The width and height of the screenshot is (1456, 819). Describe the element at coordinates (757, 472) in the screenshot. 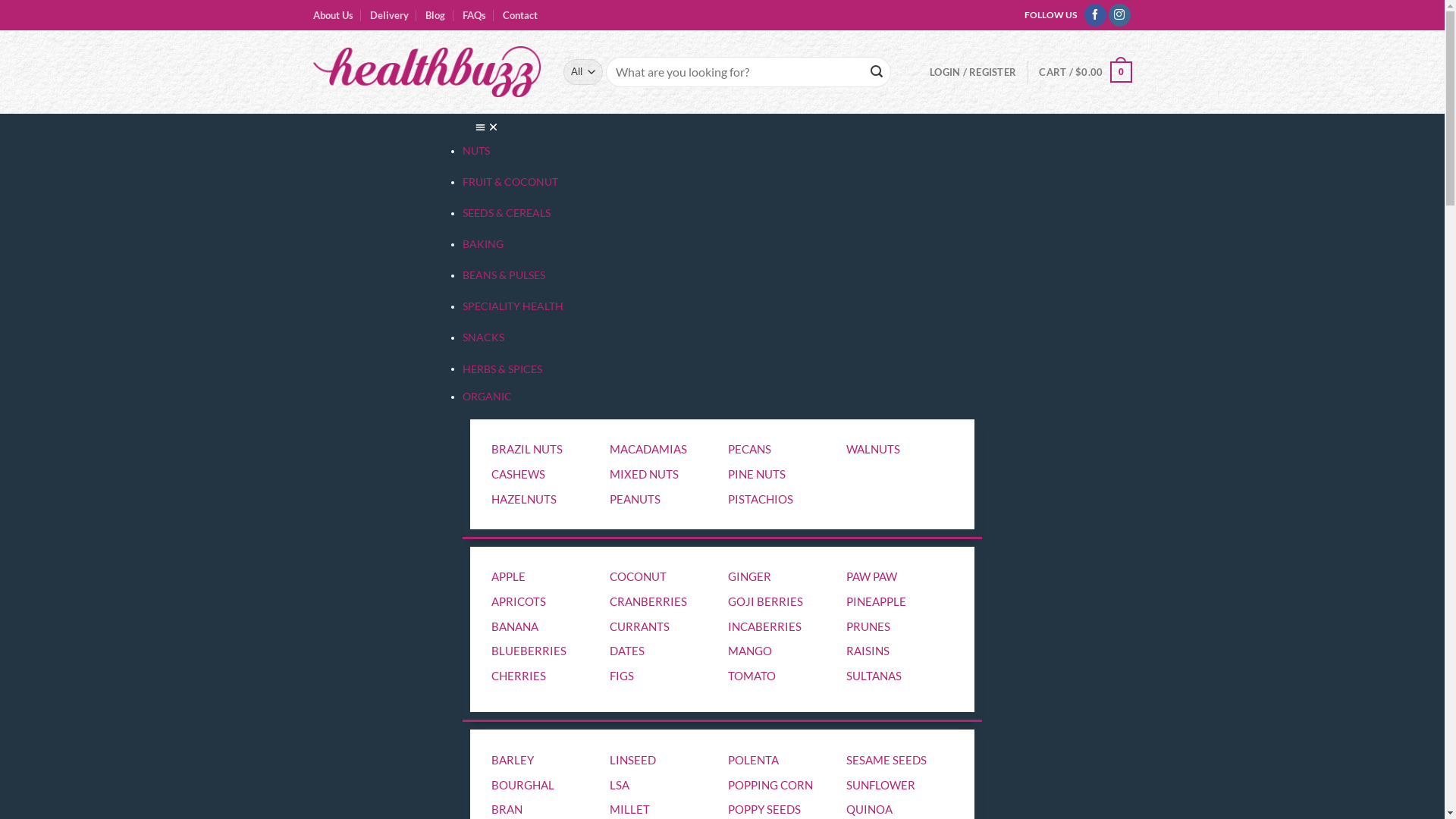

I see `'PINE NUTS'` at that location.